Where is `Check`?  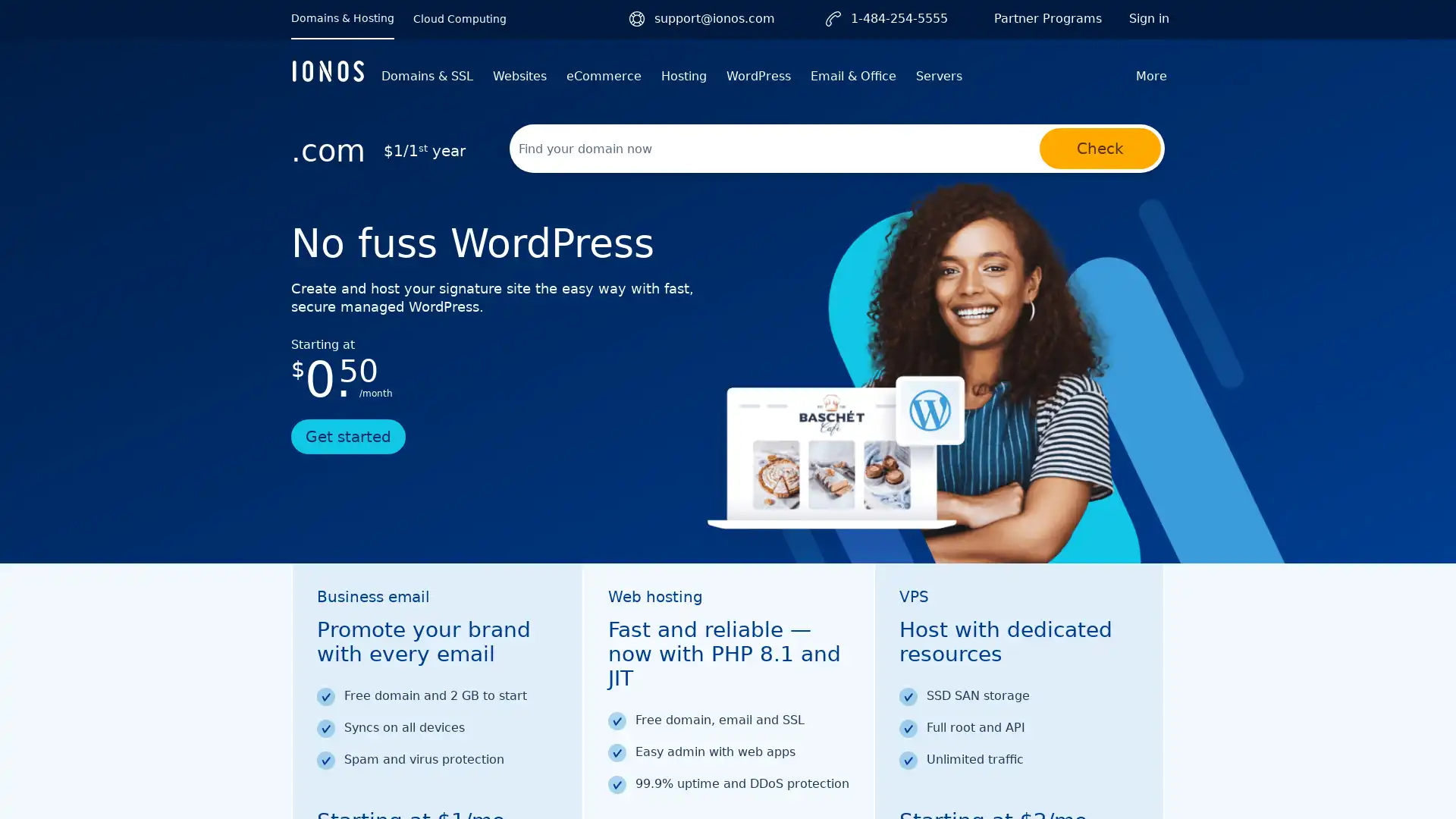 Check is located at coordinates (1100, 149).